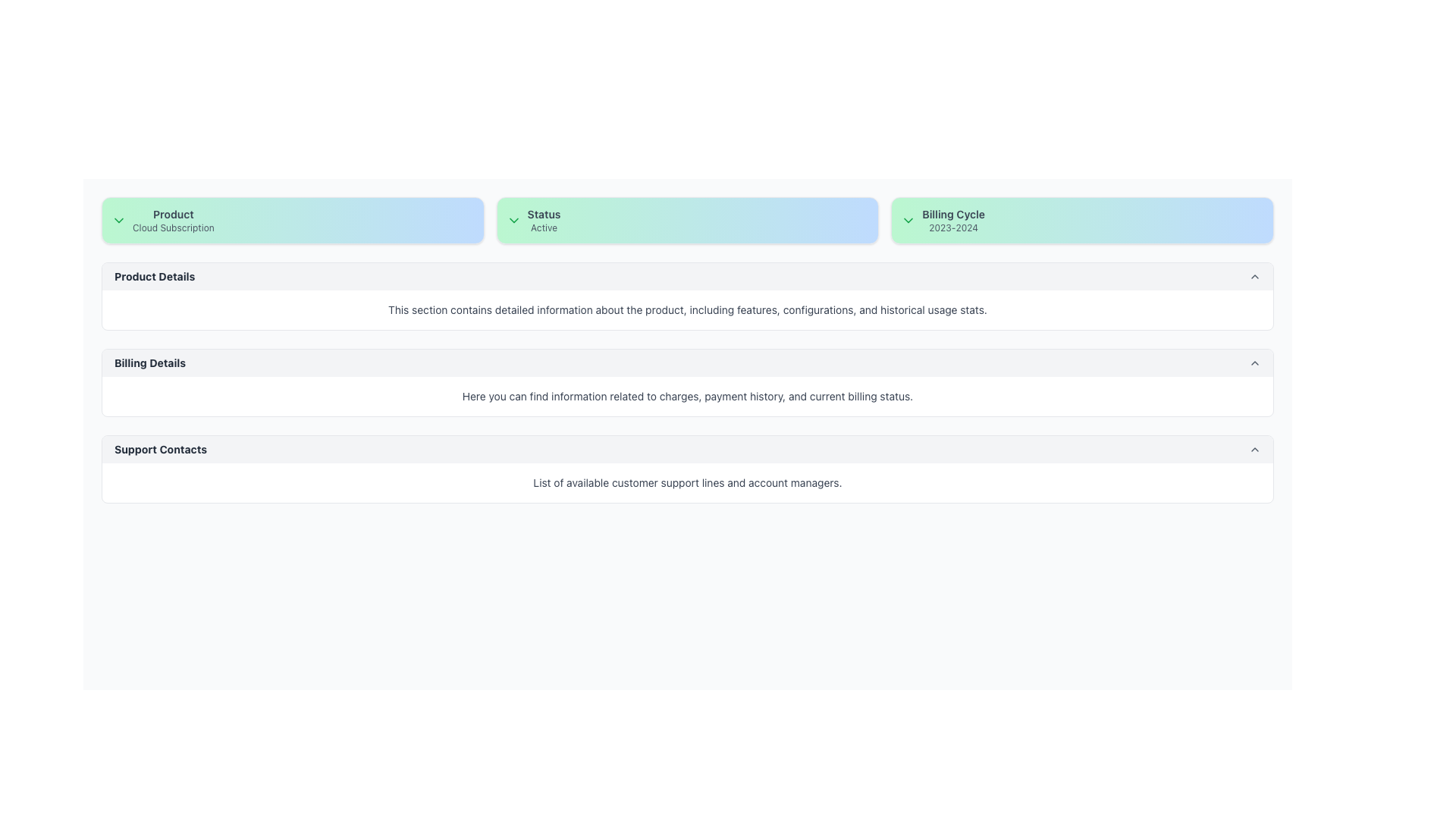  What do you see at coordinates (1255, 362) in the screenshot?
I see `the Toggle Icon located in the 'Billing Details' section header to indicate focus. This icon is positioned at the far right of the header, adjacent to the header text and is the last element in that row` at bounding box center [1255, 362].